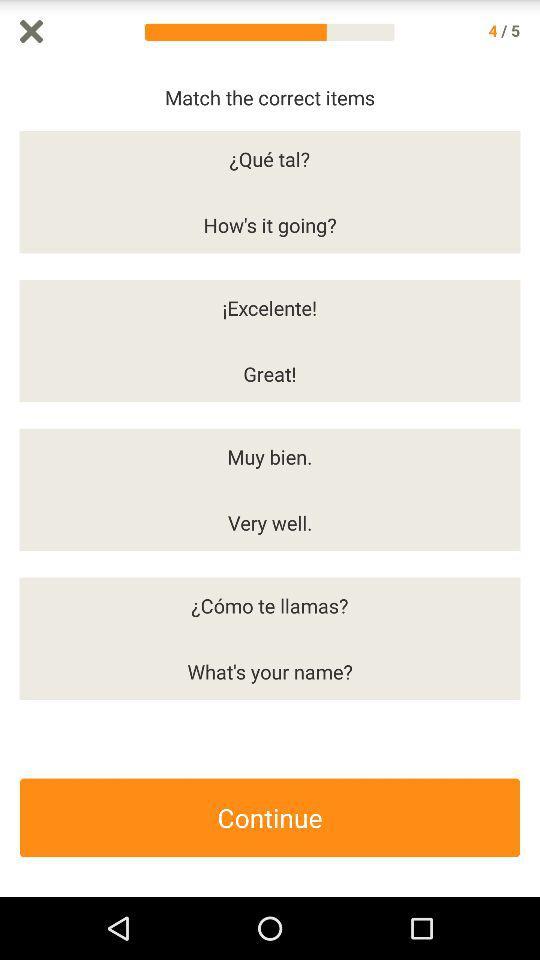  What do you see at coordinates (30, 30) in the screenshot?
I see `it` at bounding box center [30, 30].